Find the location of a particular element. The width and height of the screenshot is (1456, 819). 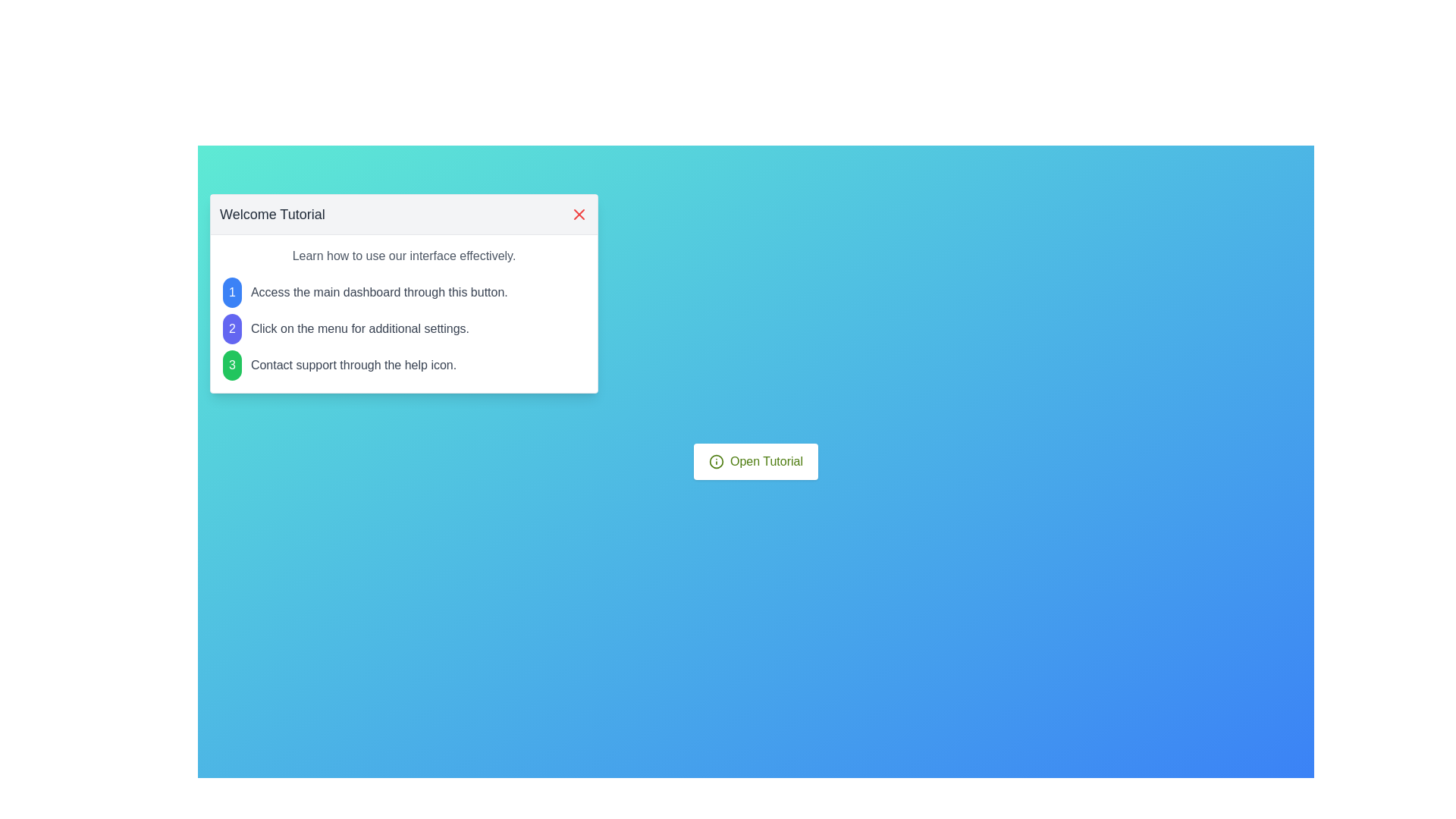

the circular icon element located within the button labeled 'Open Tutorial', positioned towards the bottom-right area of the interface is located at coordinates (716, 461).